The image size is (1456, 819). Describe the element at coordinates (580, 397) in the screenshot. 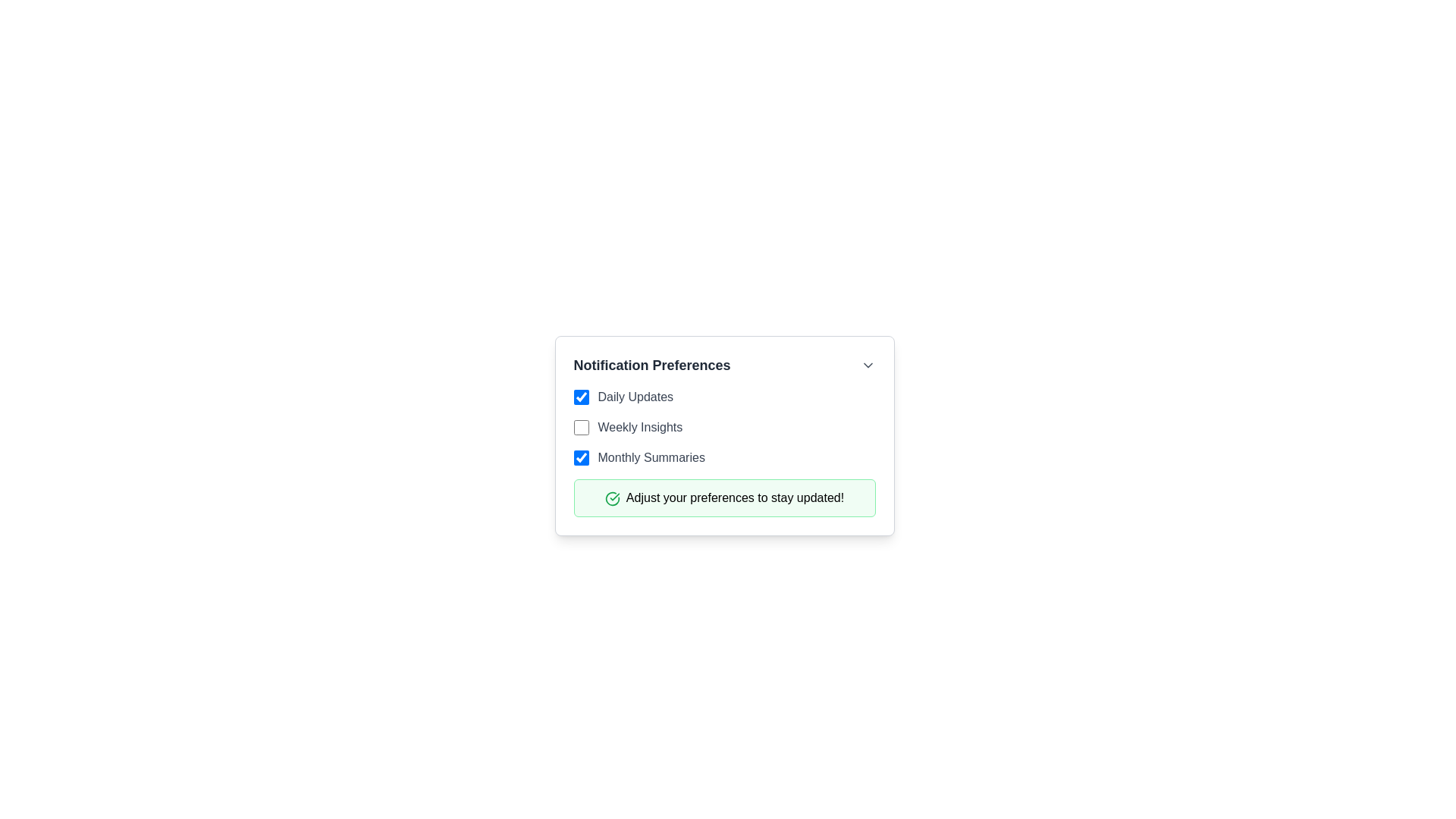

I see `the 'Daily Updates' checkbox by navigating to it` at that location.